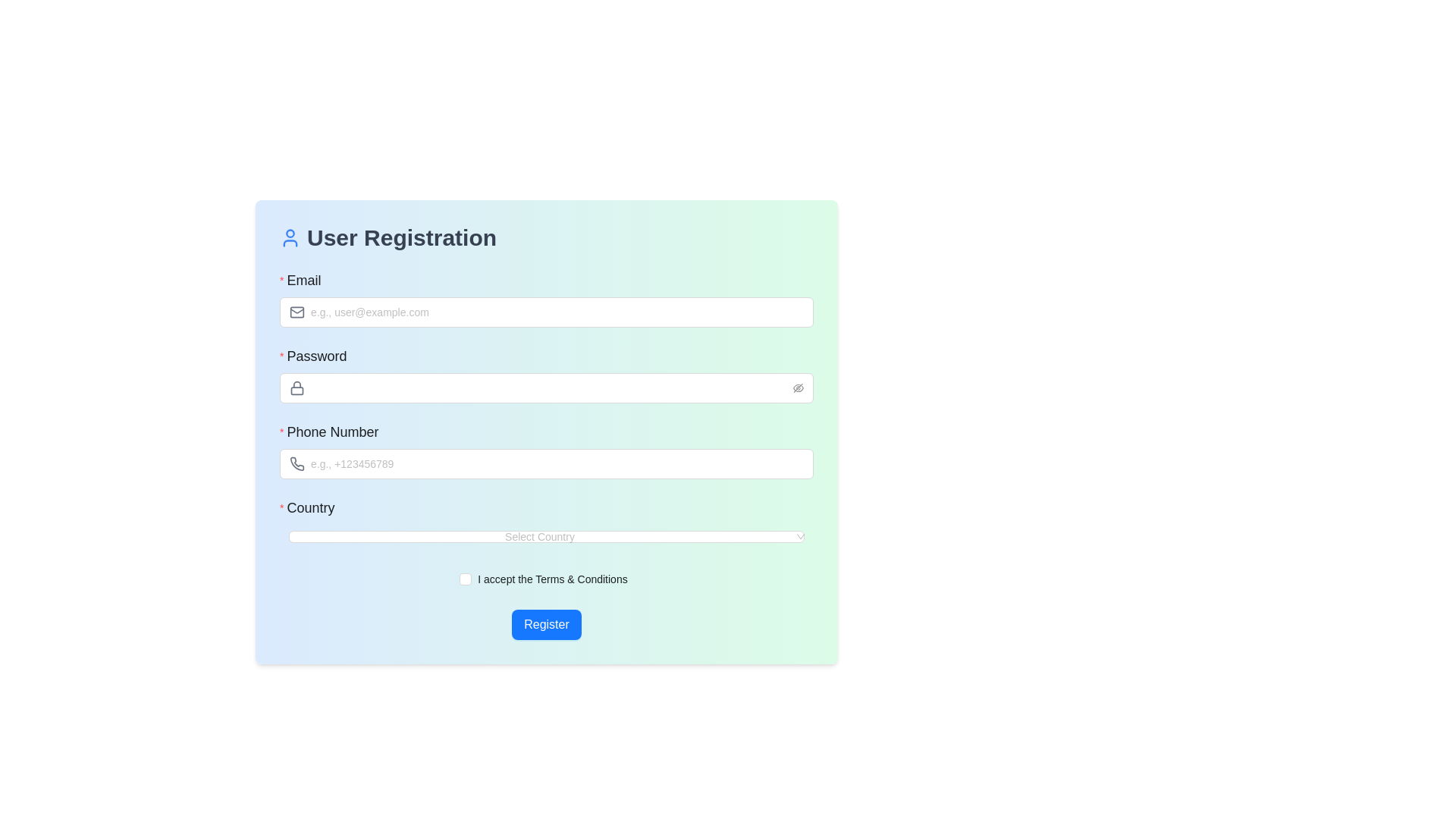 The image size is (1456, 819). I want to click on the phone number icon located beside the 'Phone Number' input field in the registration form interface to provide a visual cue for the expected input, so click(297, 463).